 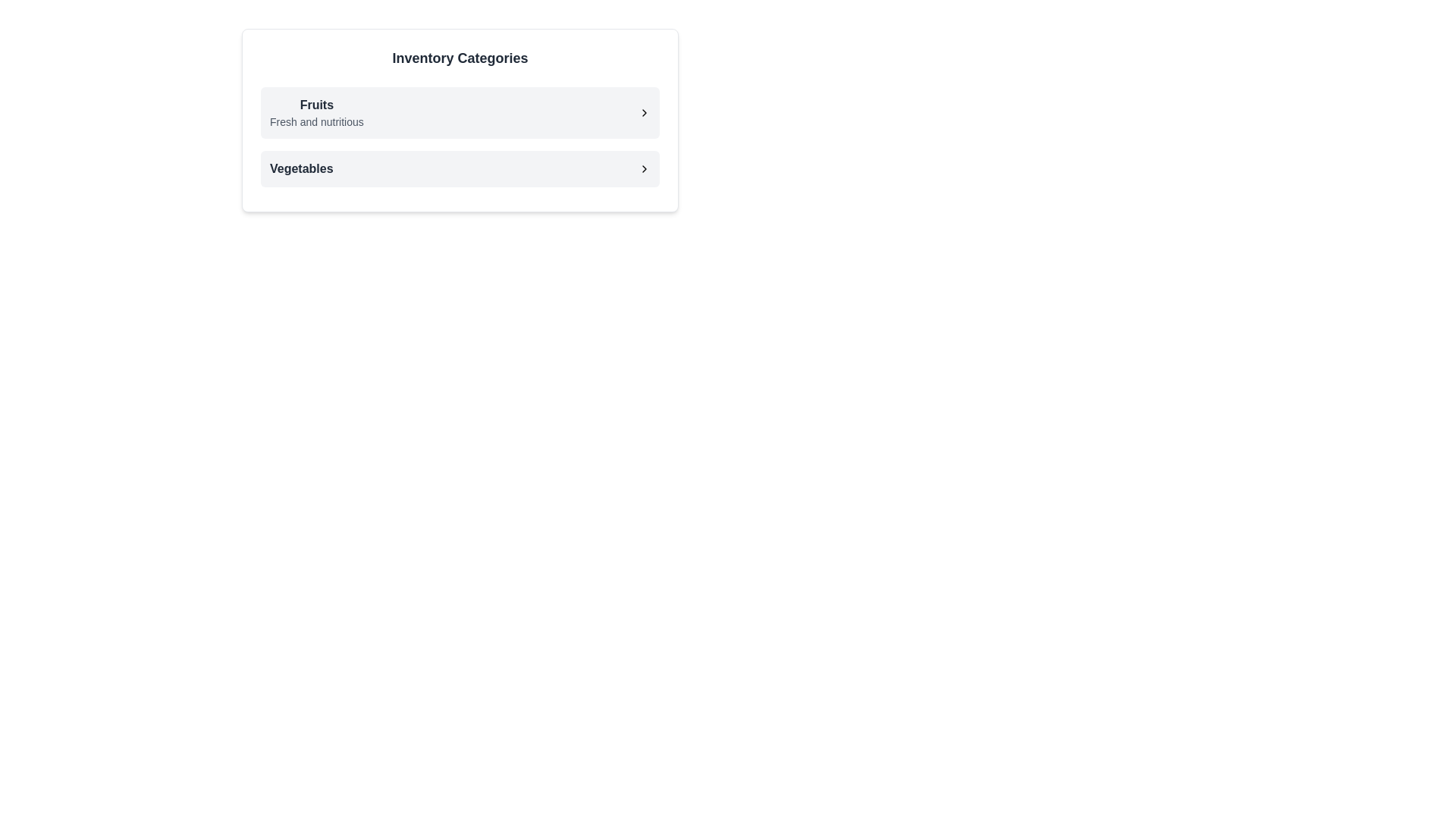 What do you see at coordinates (315, 104) in the screenshot?
I see `the bold title text 'Fruits', which serves as the category title in the inventory list, positioned at the top of the list item above the description 'Fresh and nutritious'` at bounding box center [315, 104].